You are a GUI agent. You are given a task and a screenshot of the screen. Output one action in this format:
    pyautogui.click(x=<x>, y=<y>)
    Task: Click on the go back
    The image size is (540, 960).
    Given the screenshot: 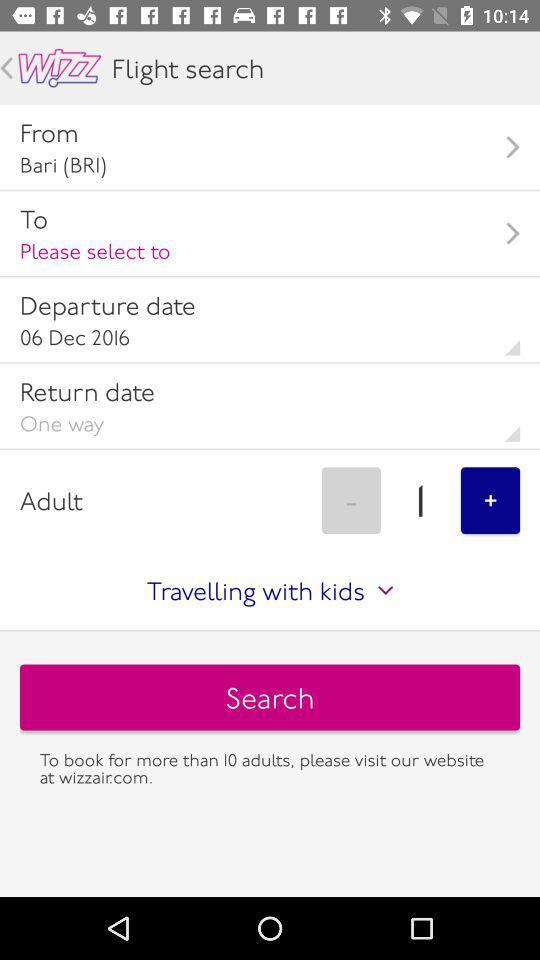 What is the action you would take?
    pyautogui.click(x=59, y=68)
    